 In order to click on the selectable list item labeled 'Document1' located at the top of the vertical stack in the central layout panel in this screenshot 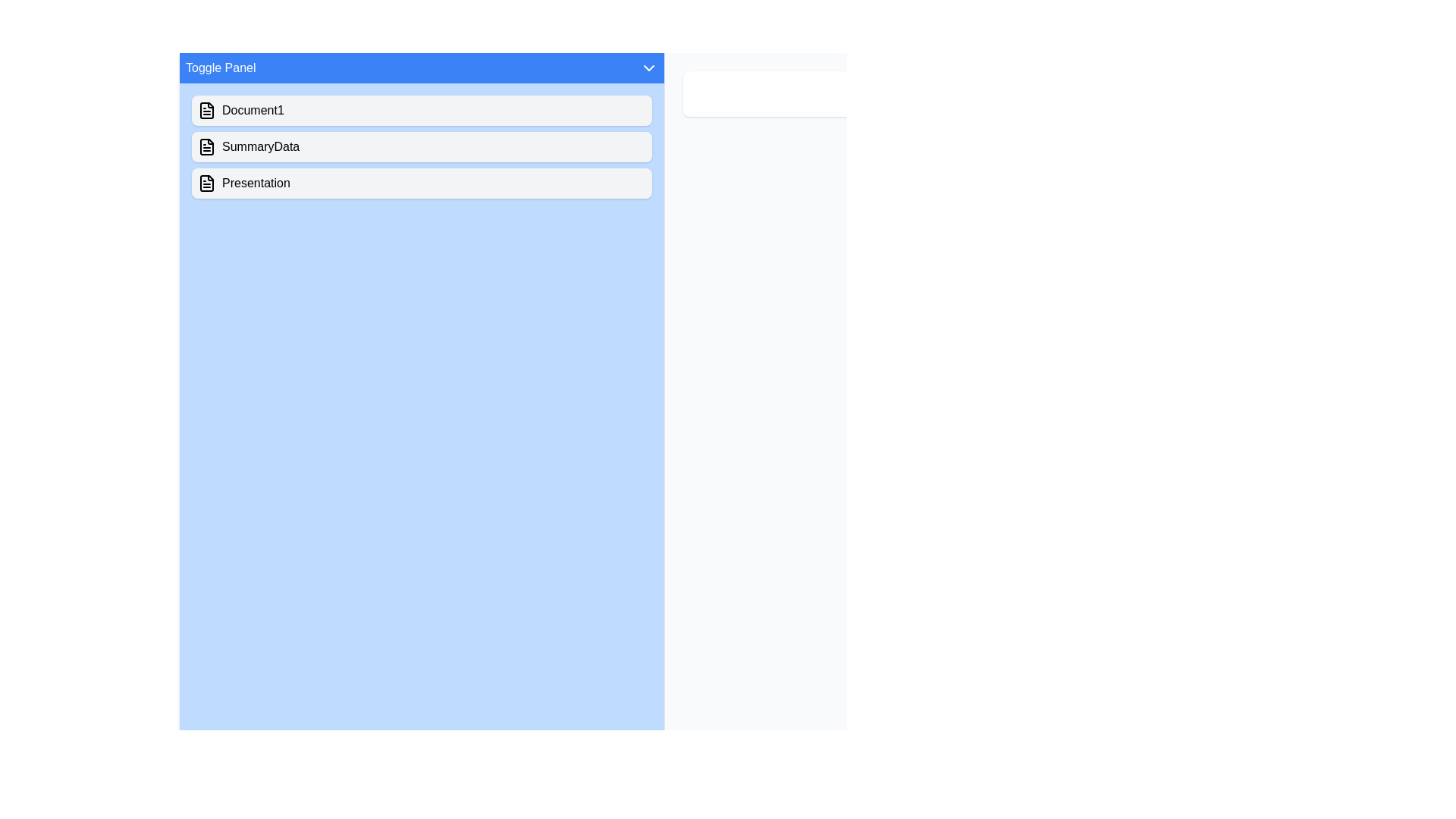, I will do `click(422, 110)`.